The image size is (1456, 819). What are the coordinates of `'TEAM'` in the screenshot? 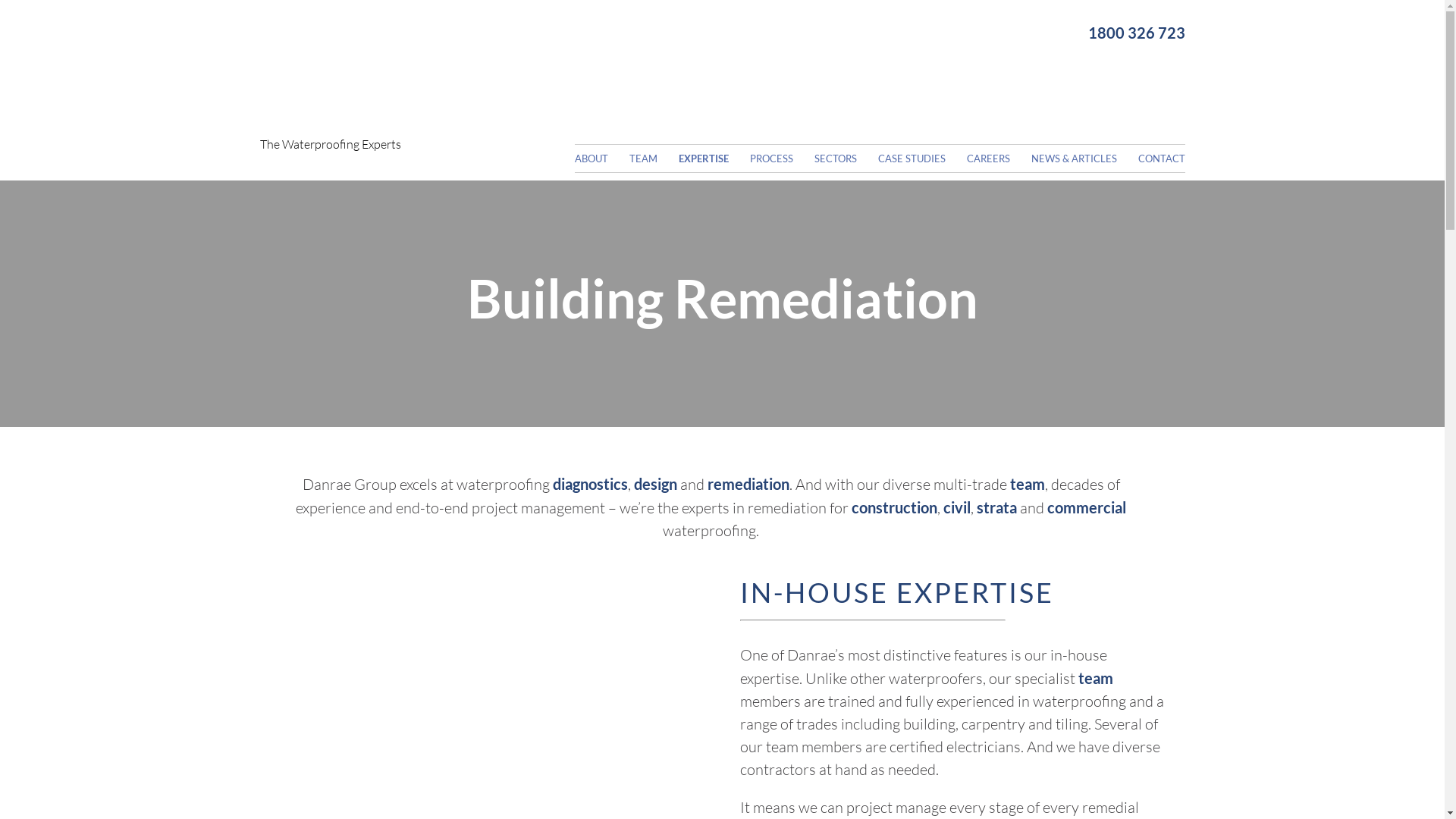 It's located at (652, 158).